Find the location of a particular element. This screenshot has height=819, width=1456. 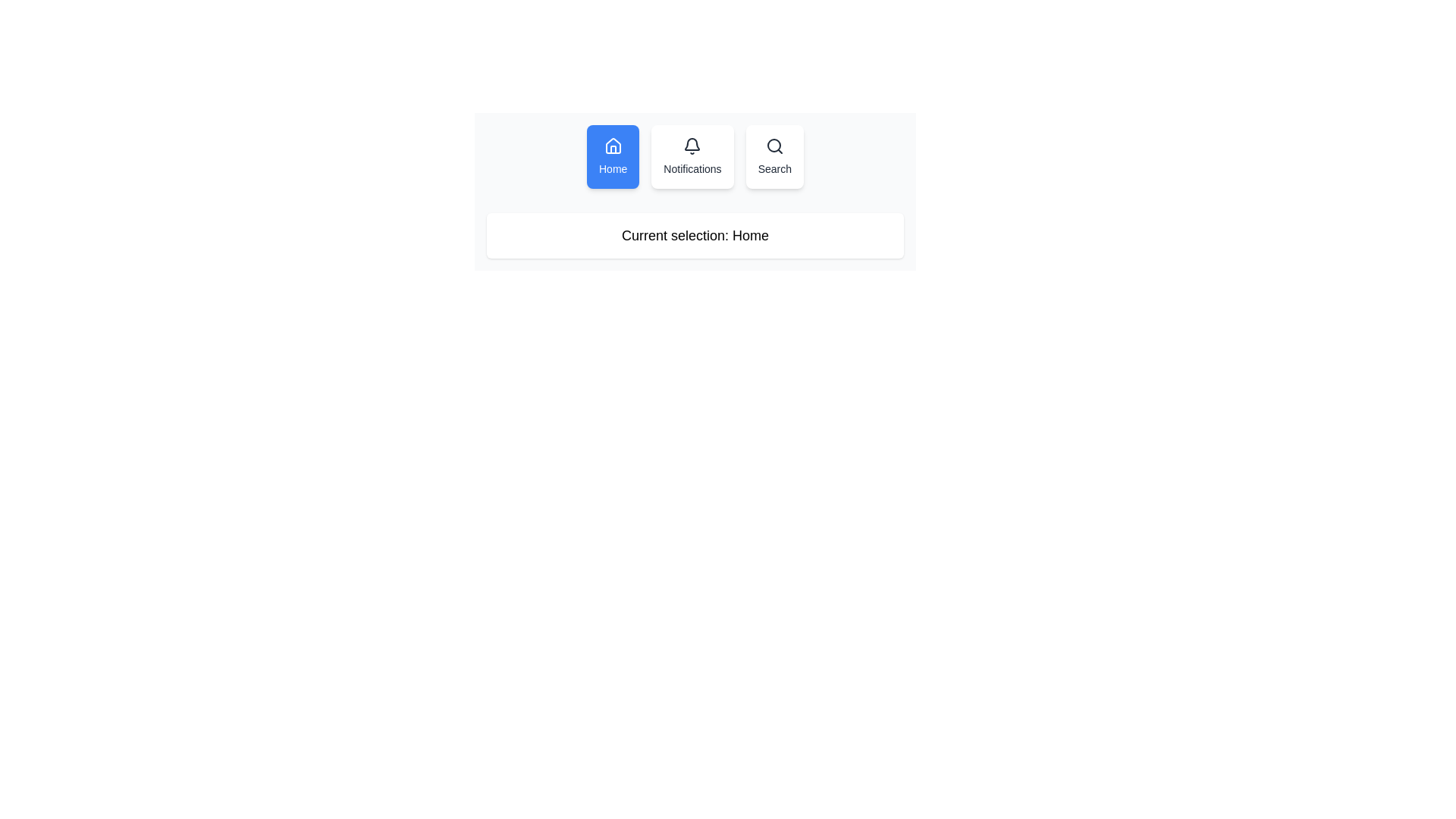

the 'Search' button, which features a magnifying glass icon and is the third item in a horizontal menu is located at coordinates (774, 157).